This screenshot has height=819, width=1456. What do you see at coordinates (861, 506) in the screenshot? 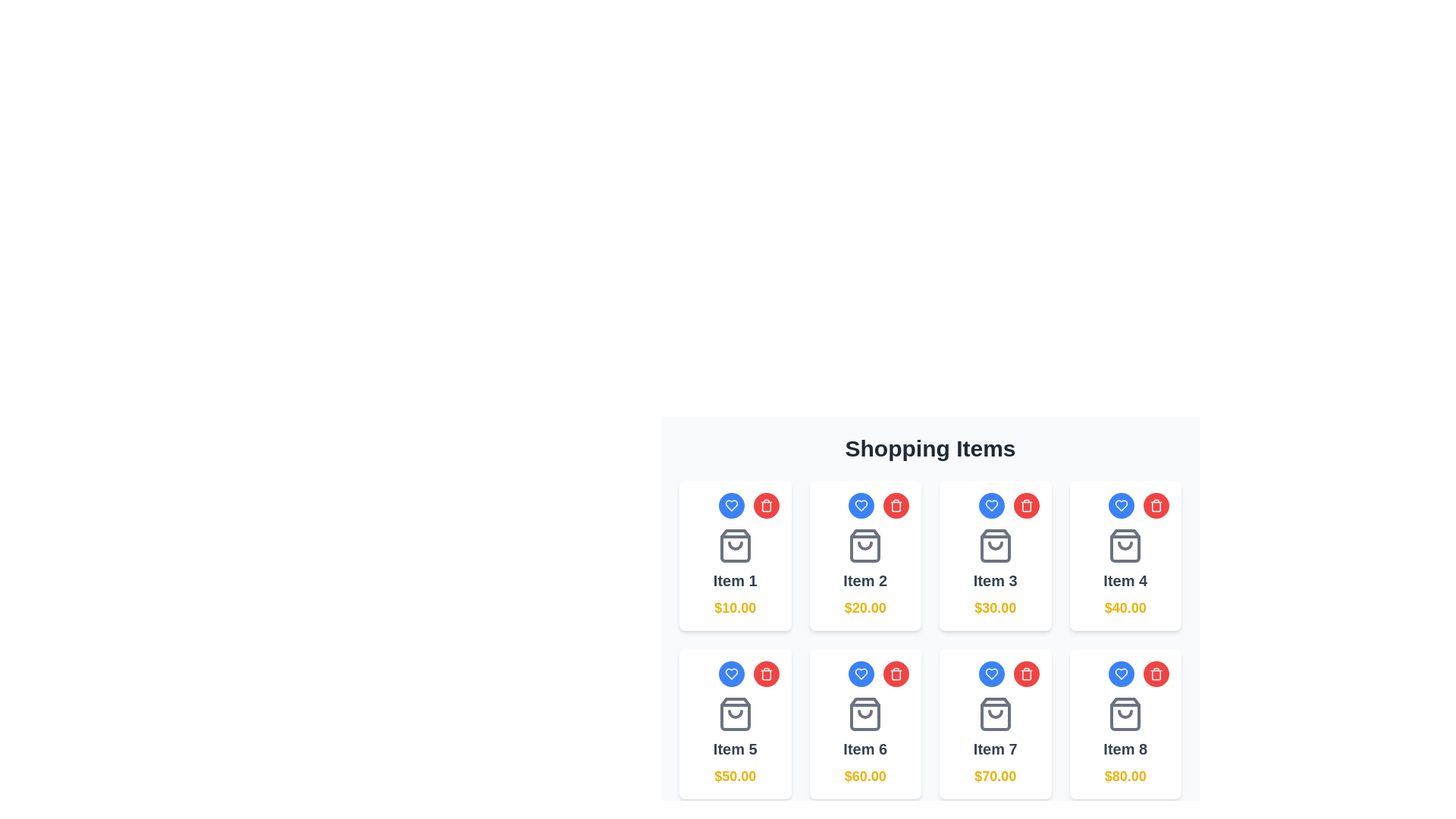
I see `the heart-shaped icon outlined in blue, which represents the 'favorite' feature, located above the second item's title and price in the shopping items grid` at bounding box center [861, 506].